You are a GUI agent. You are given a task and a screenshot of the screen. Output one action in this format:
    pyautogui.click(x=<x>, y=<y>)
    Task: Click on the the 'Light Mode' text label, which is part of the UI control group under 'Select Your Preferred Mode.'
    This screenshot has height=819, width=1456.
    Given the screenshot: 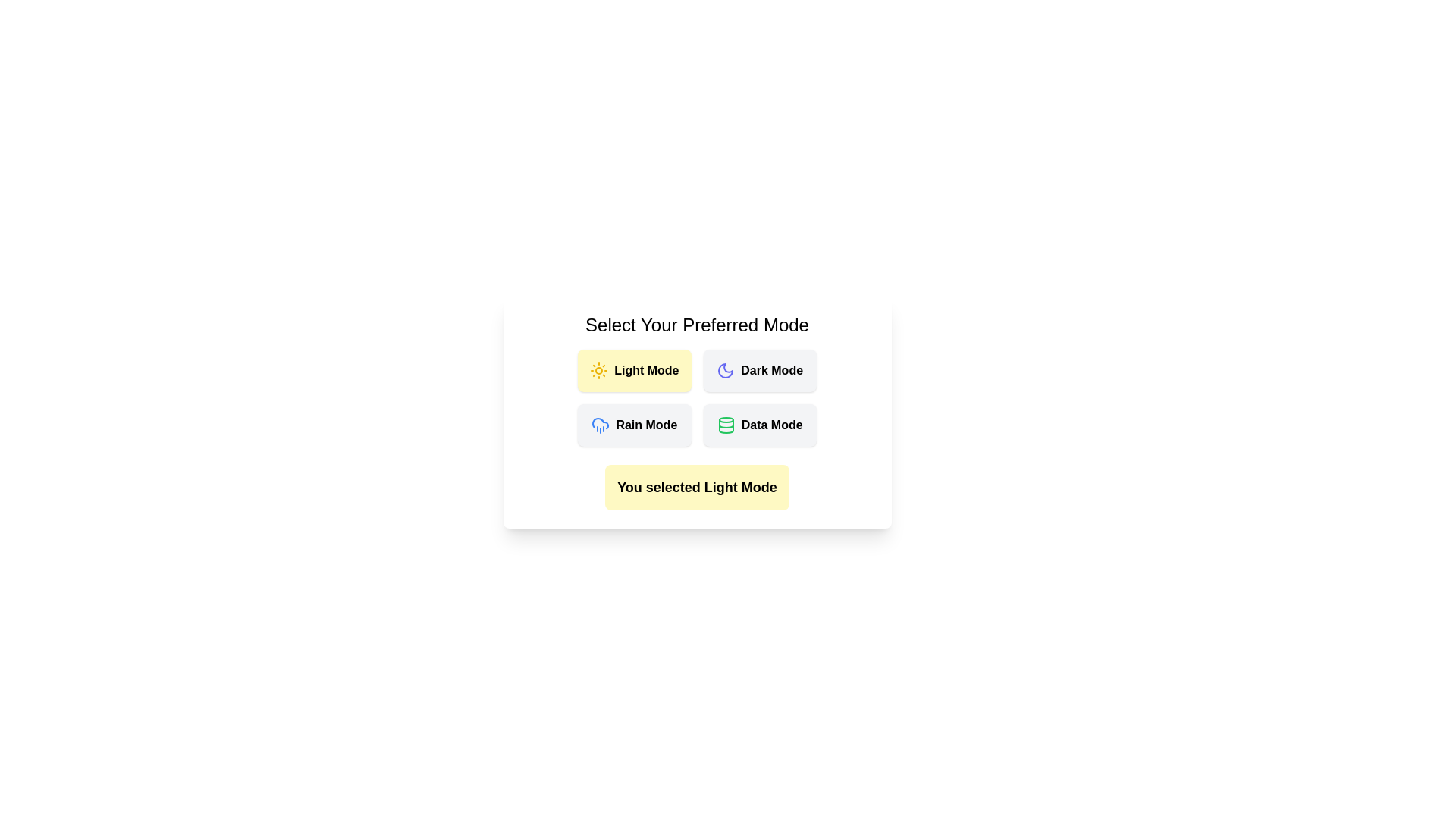 What is the action you would take?
    pyautogui.click(x=646, y=371)
    